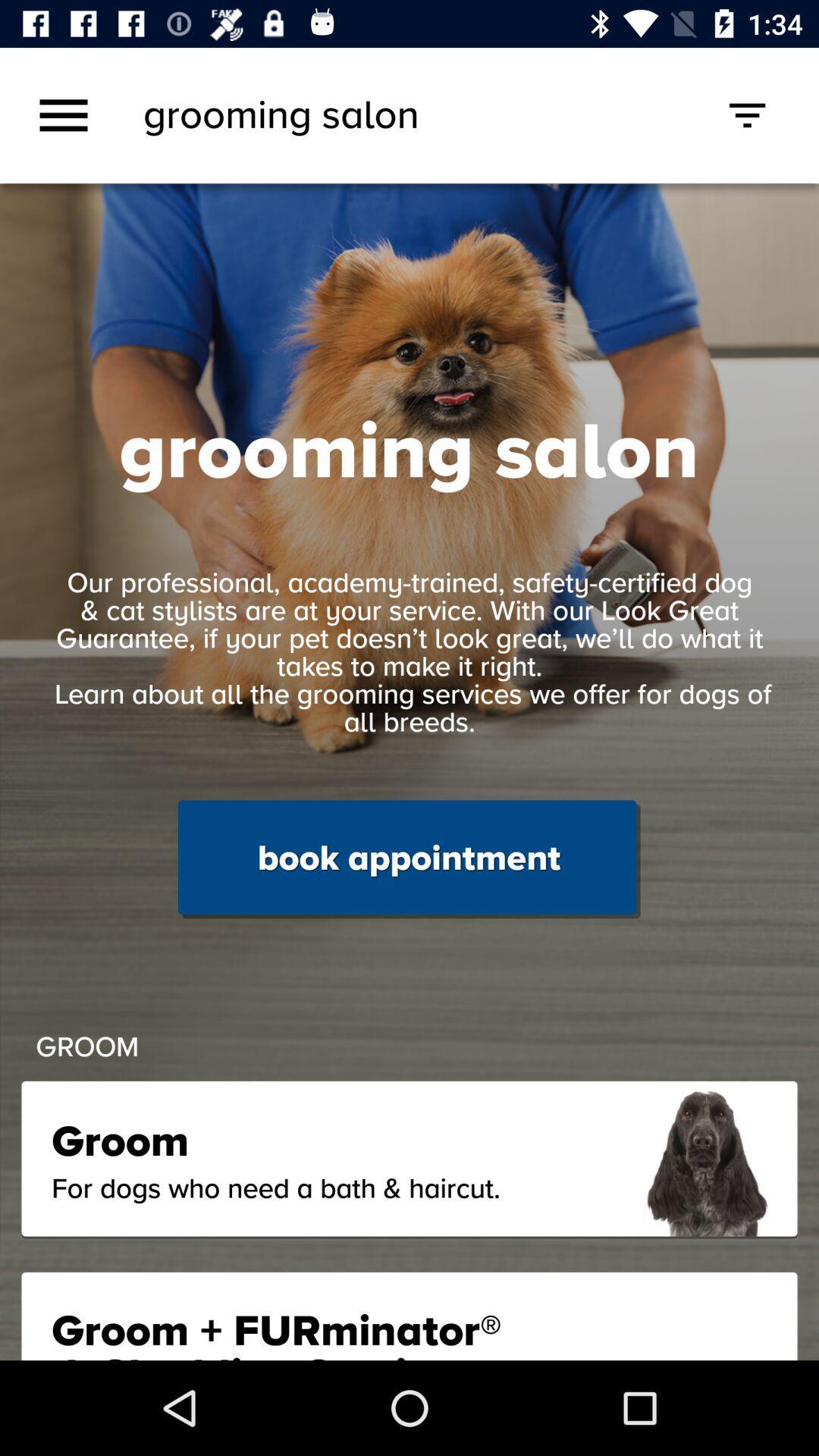 The width and height of the screenshot is (819, 1456). I want to click on the item below our professional academy item, so click(408, 859).